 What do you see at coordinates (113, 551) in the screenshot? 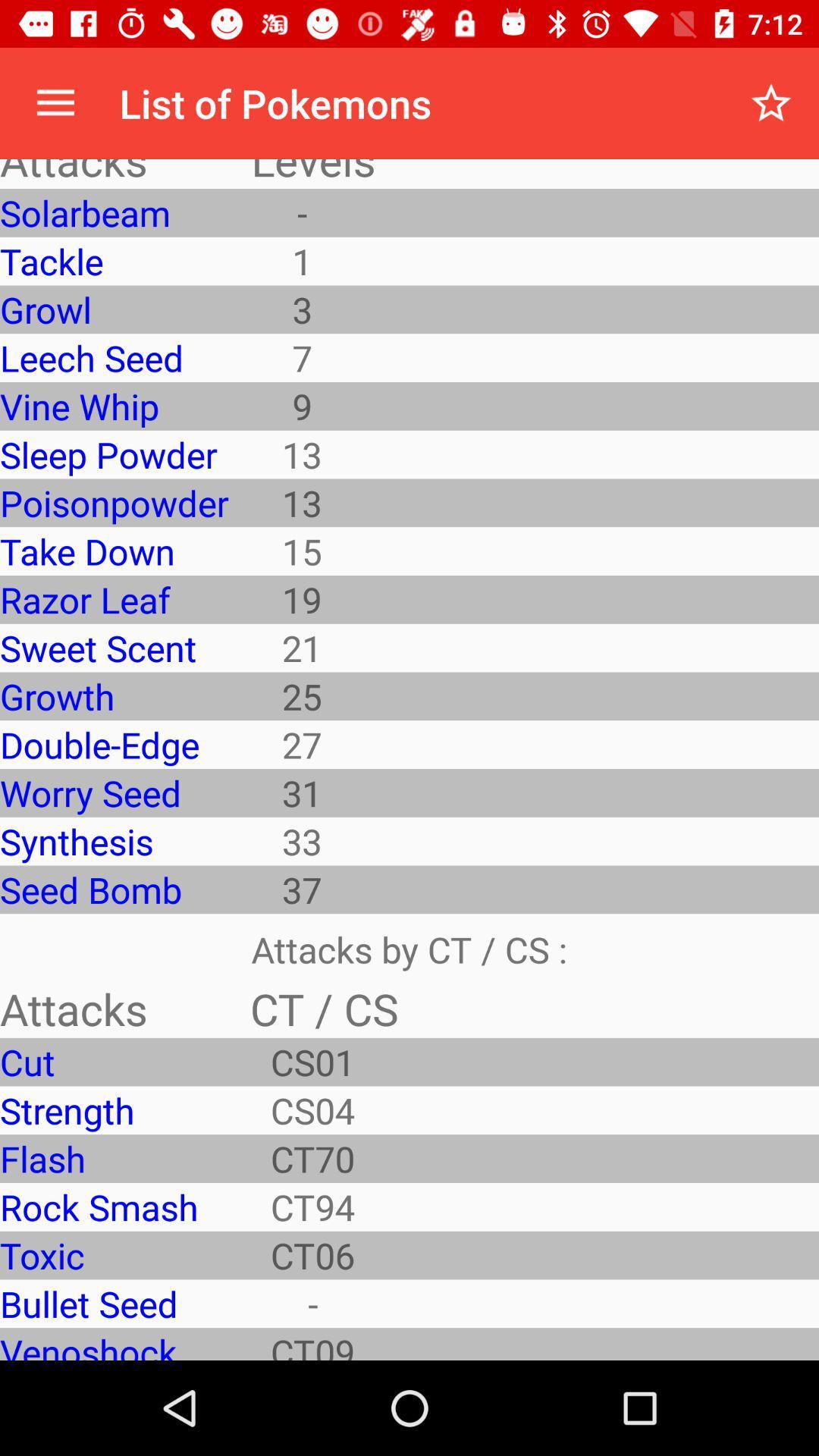
I see `the take down item` at bounding box center [113, 551].